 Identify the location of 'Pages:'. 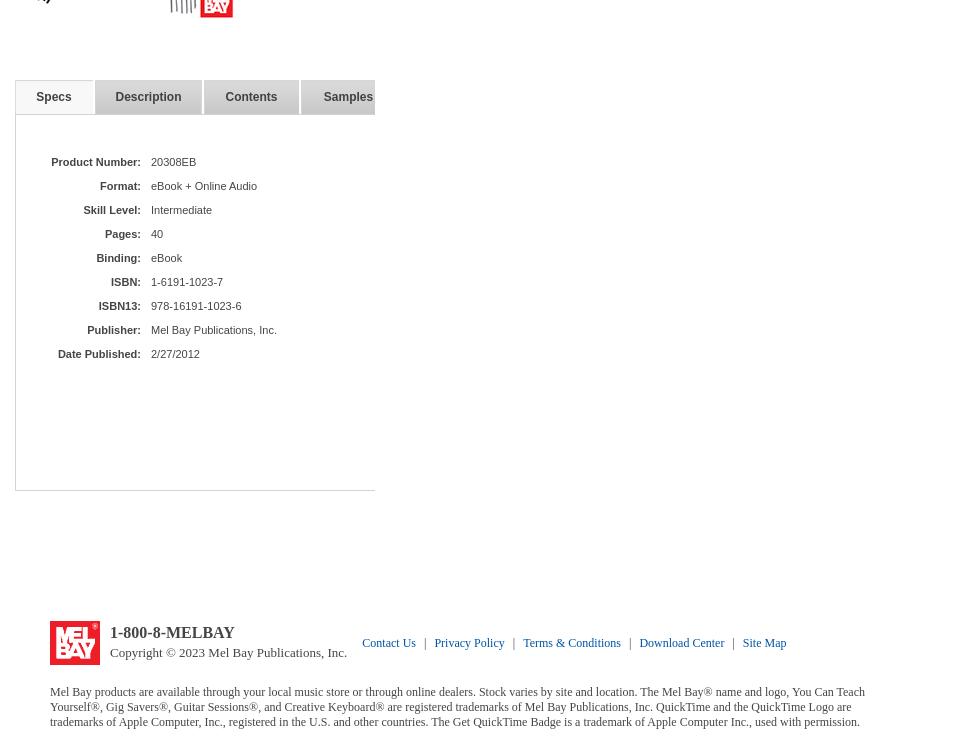
(121, 232).